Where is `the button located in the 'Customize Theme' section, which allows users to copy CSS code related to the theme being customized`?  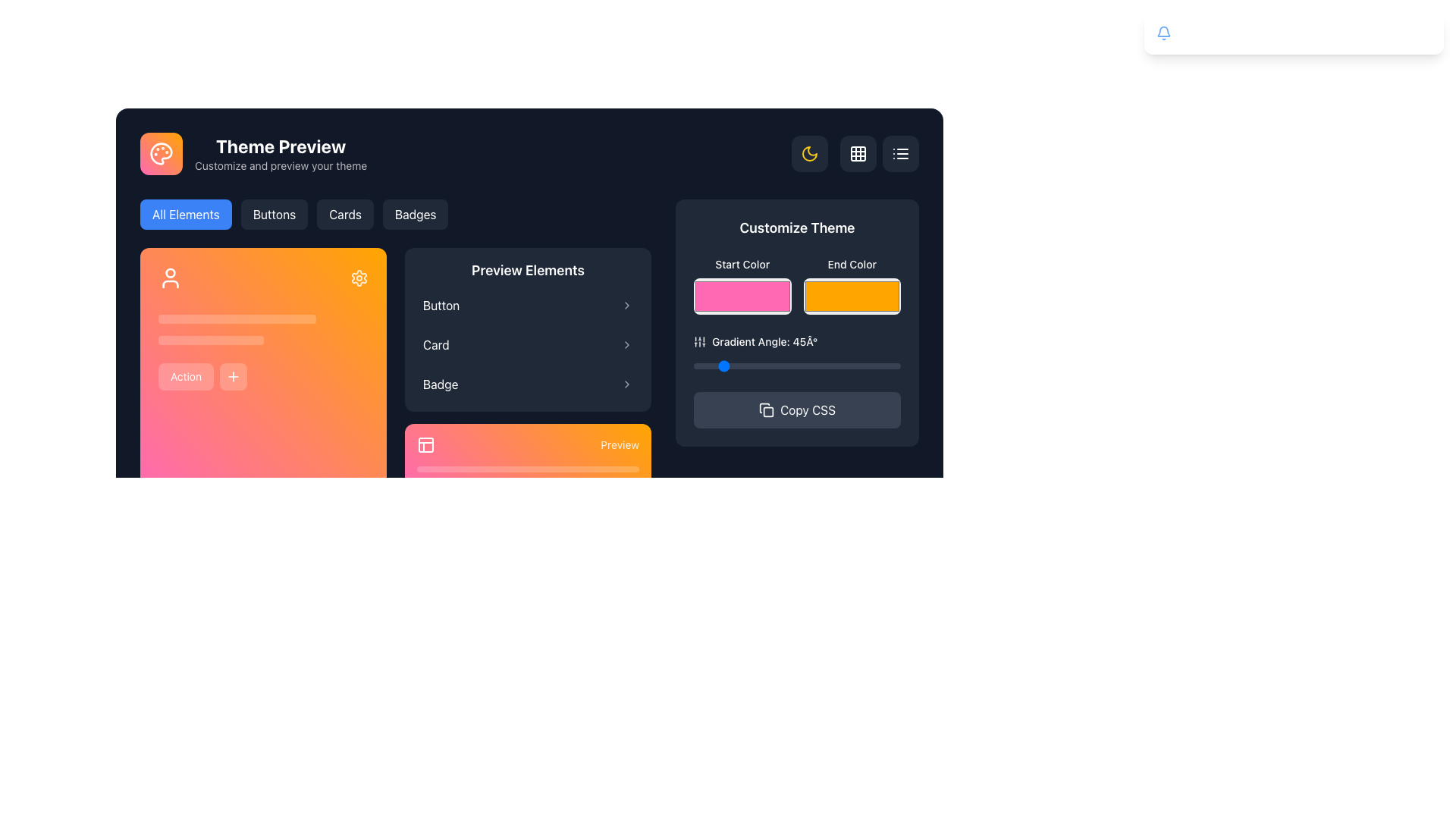 the button located in the 'Customize Theme' section, which allows users to copy CSS code related to the theme being customized is located at coordinates (807, 409).